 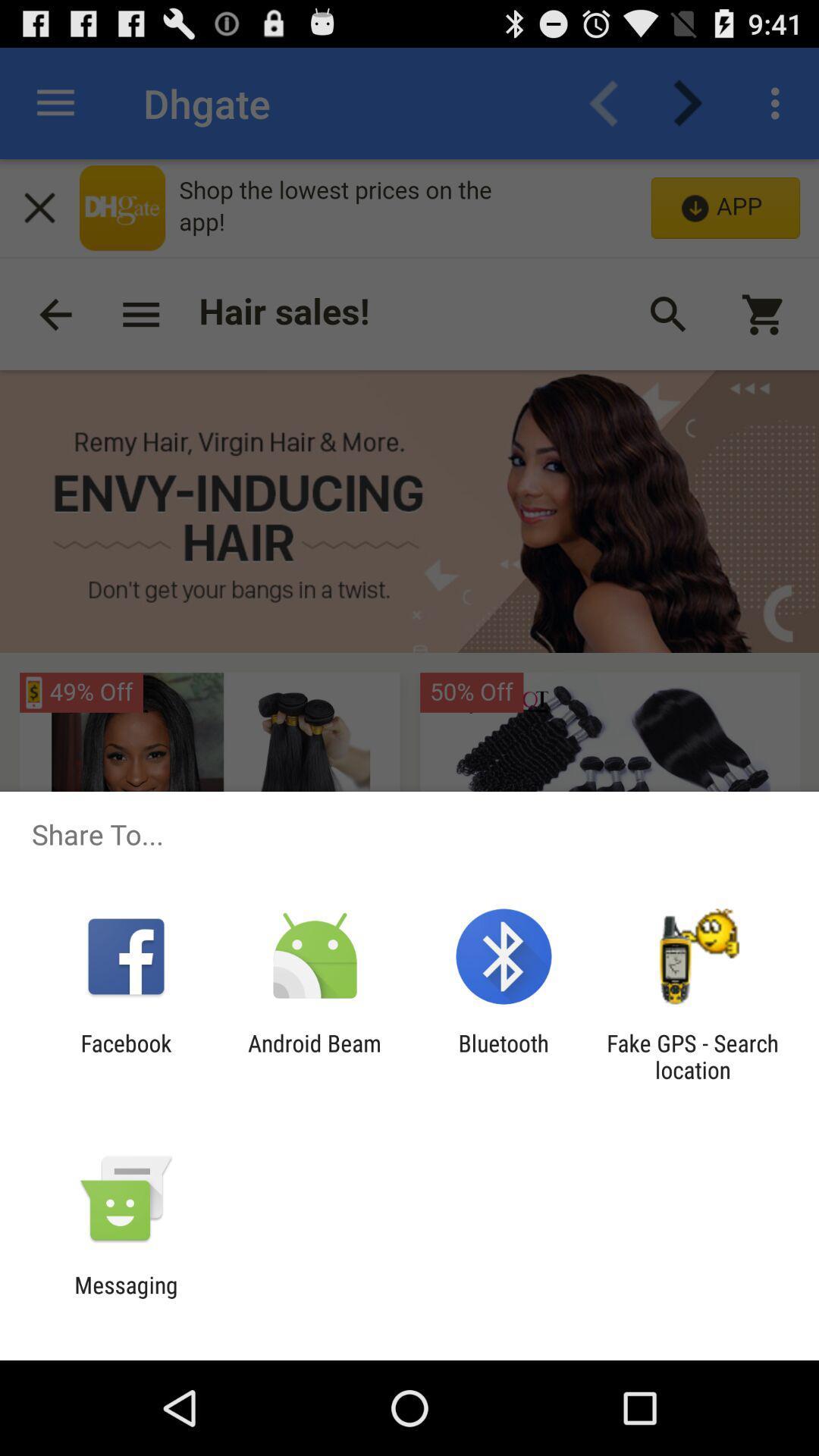 What do you see at coordinates (314, 1056) in the screenshot?
I see `item next to the bluetooth item` at bounding box center [314, 1056].